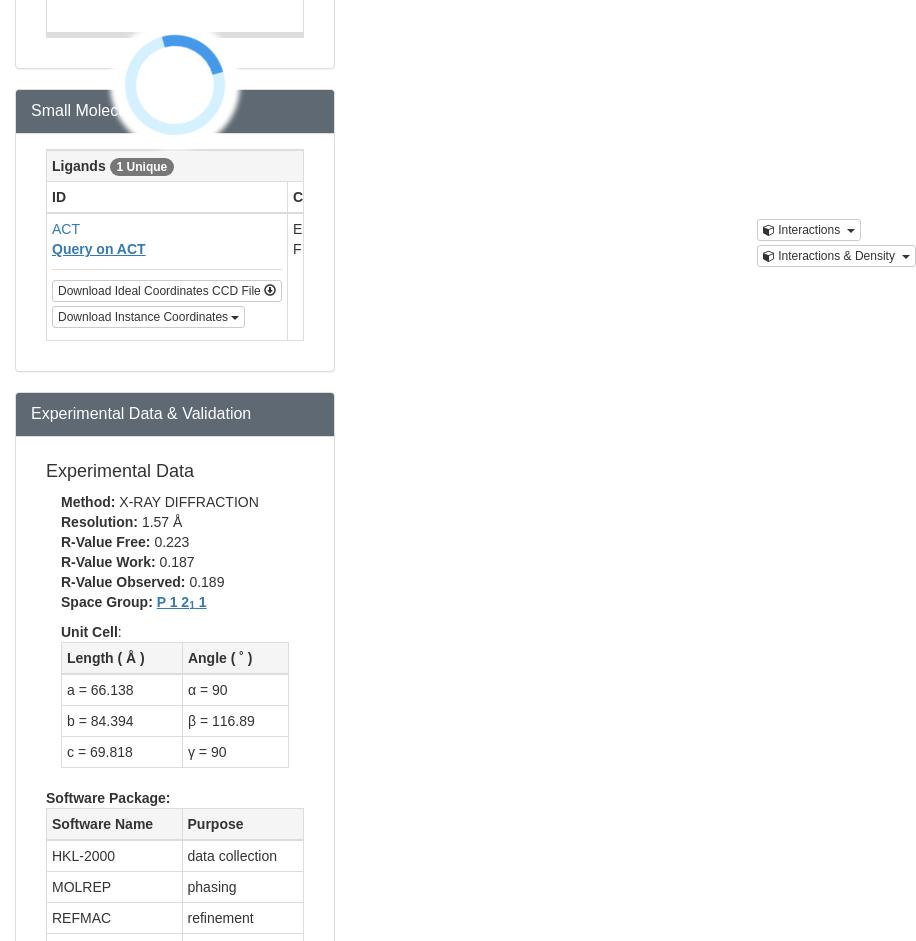 The image size is (916, 941). I want to click on 'Unit Cell', so click(88, 631).